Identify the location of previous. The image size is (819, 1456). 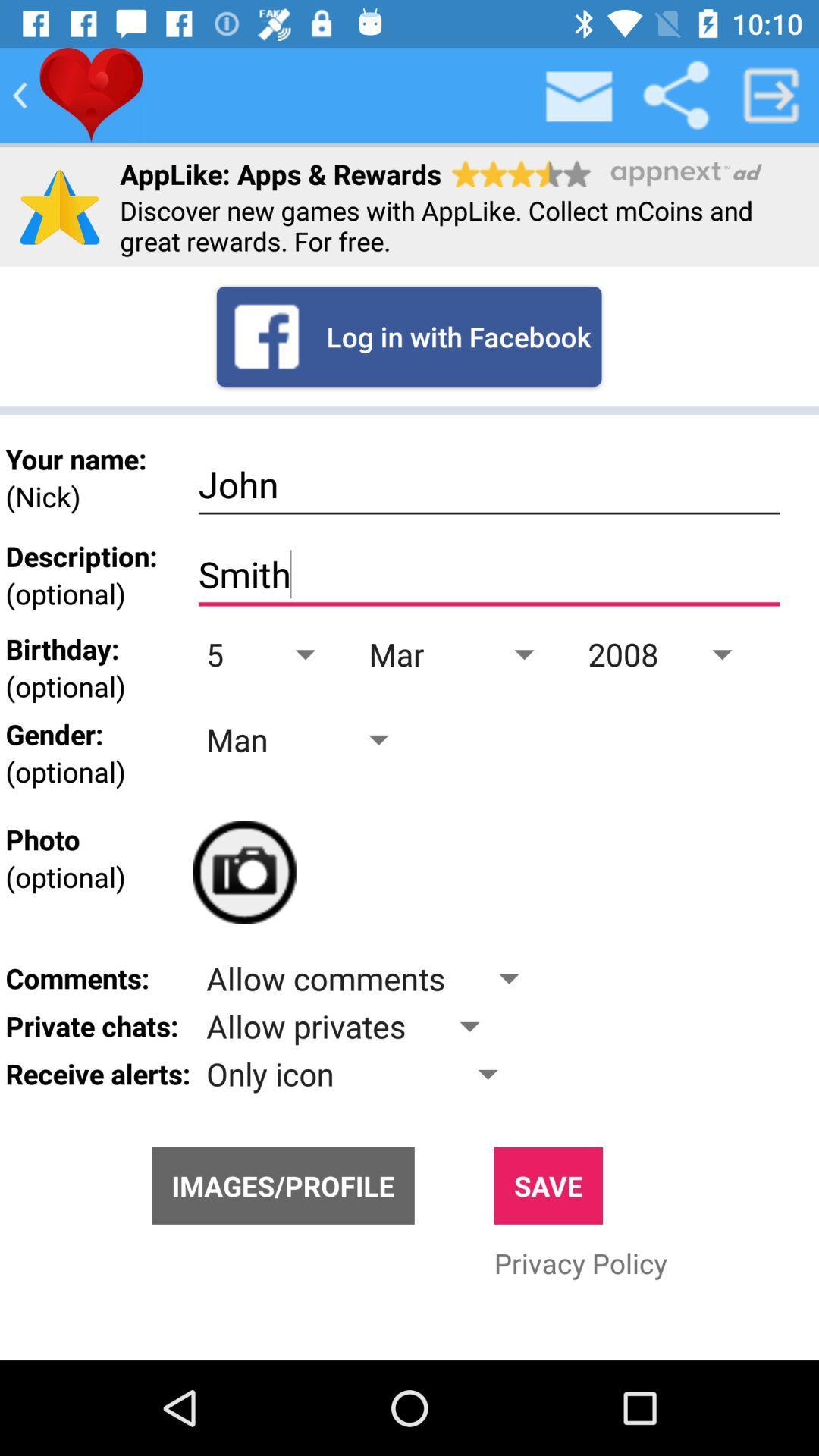
(20, 94).